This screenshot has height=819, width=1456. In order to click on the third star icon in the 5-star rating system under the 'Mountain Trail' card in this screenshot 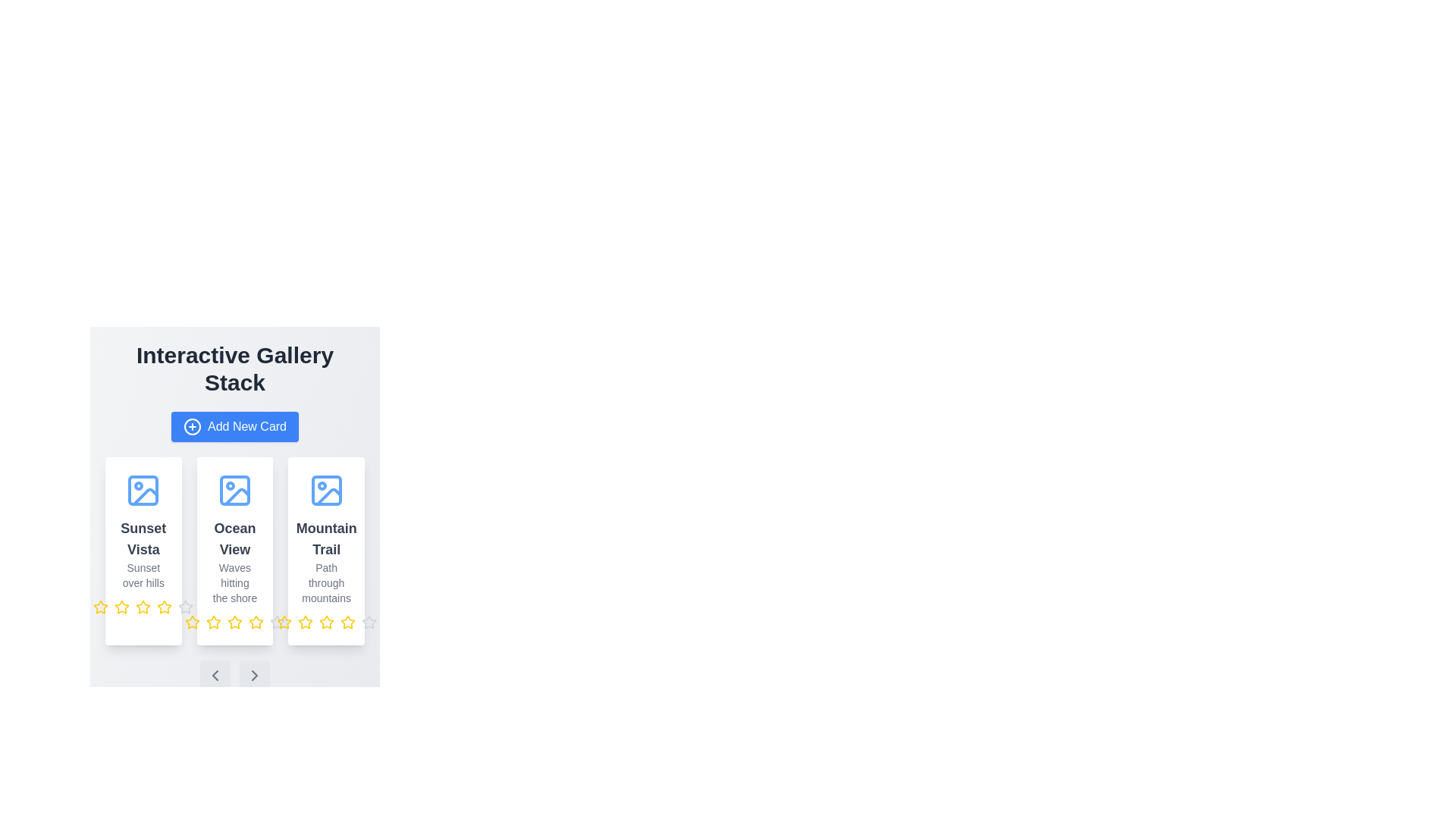, I will do `click(304, 623)`.